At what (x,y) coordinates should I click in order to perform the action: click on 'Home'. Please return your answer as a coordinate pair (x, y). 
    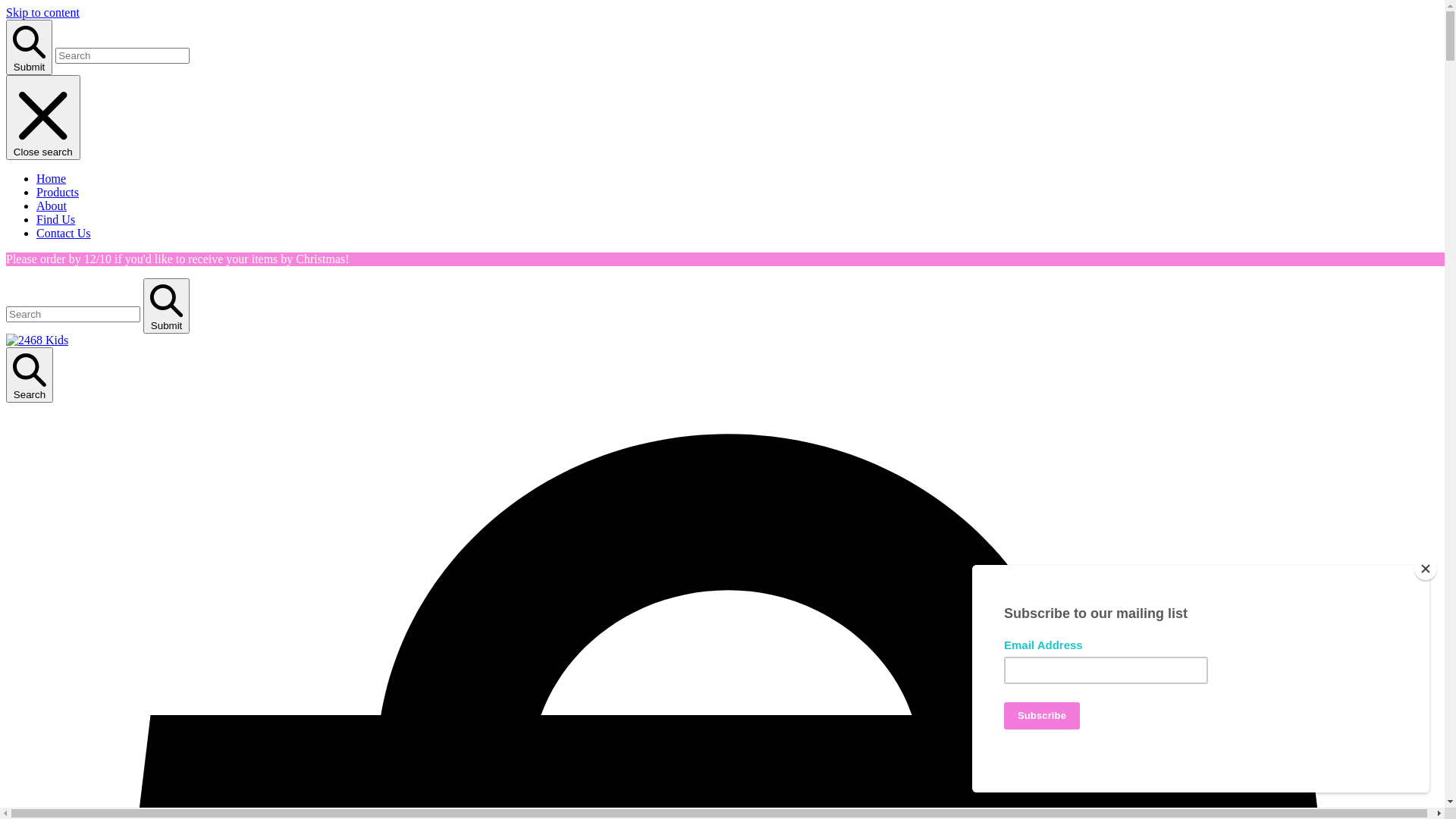
    Looking at the image, I should click on (51, 177).